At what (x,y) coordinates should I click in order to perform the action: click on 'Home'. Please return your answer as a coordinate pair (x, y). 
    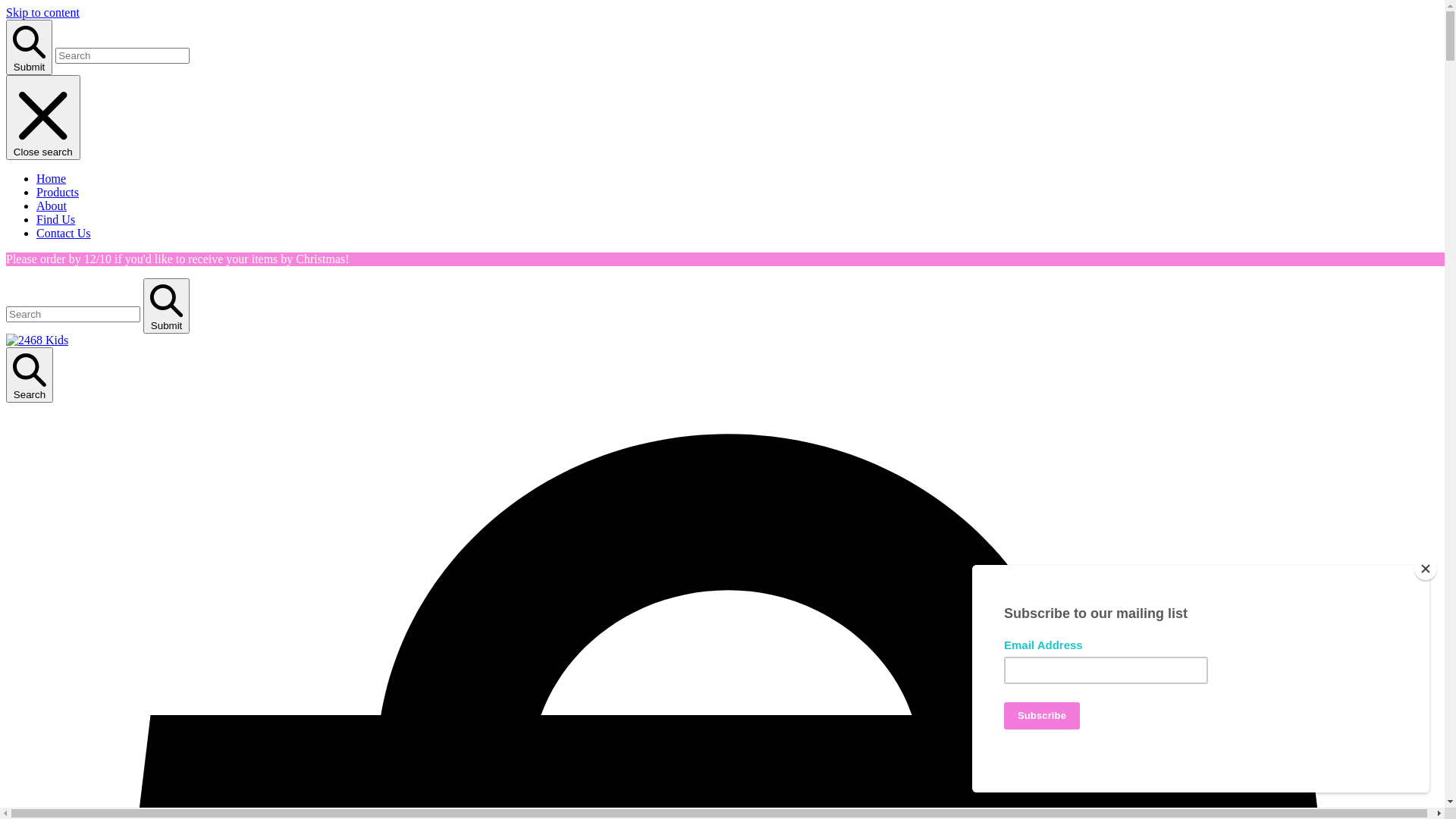
    Looking at the image, I should click on (51, 177).